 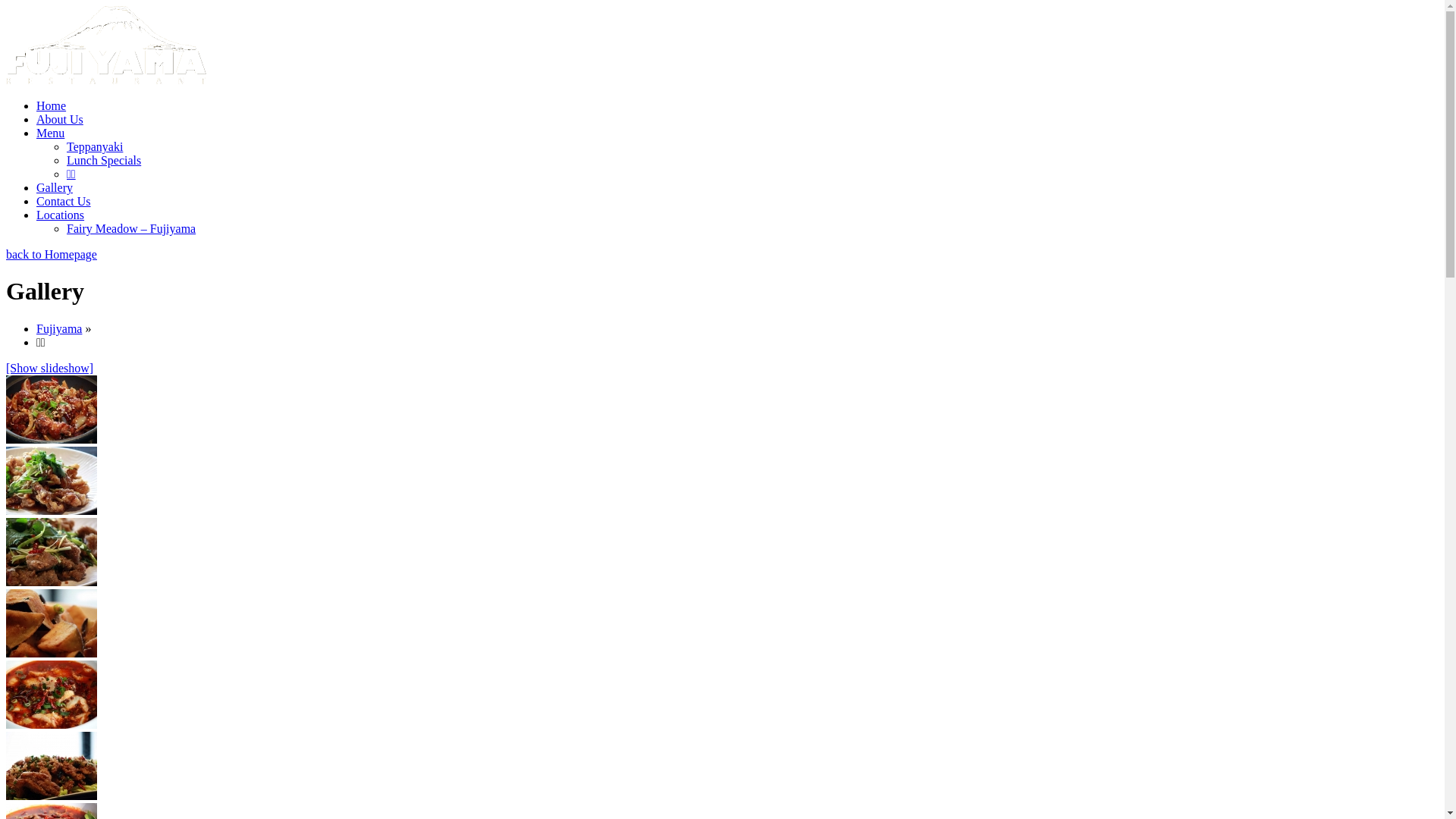 I want to click on '[Show slideshow]', so click(x=49, y=368).